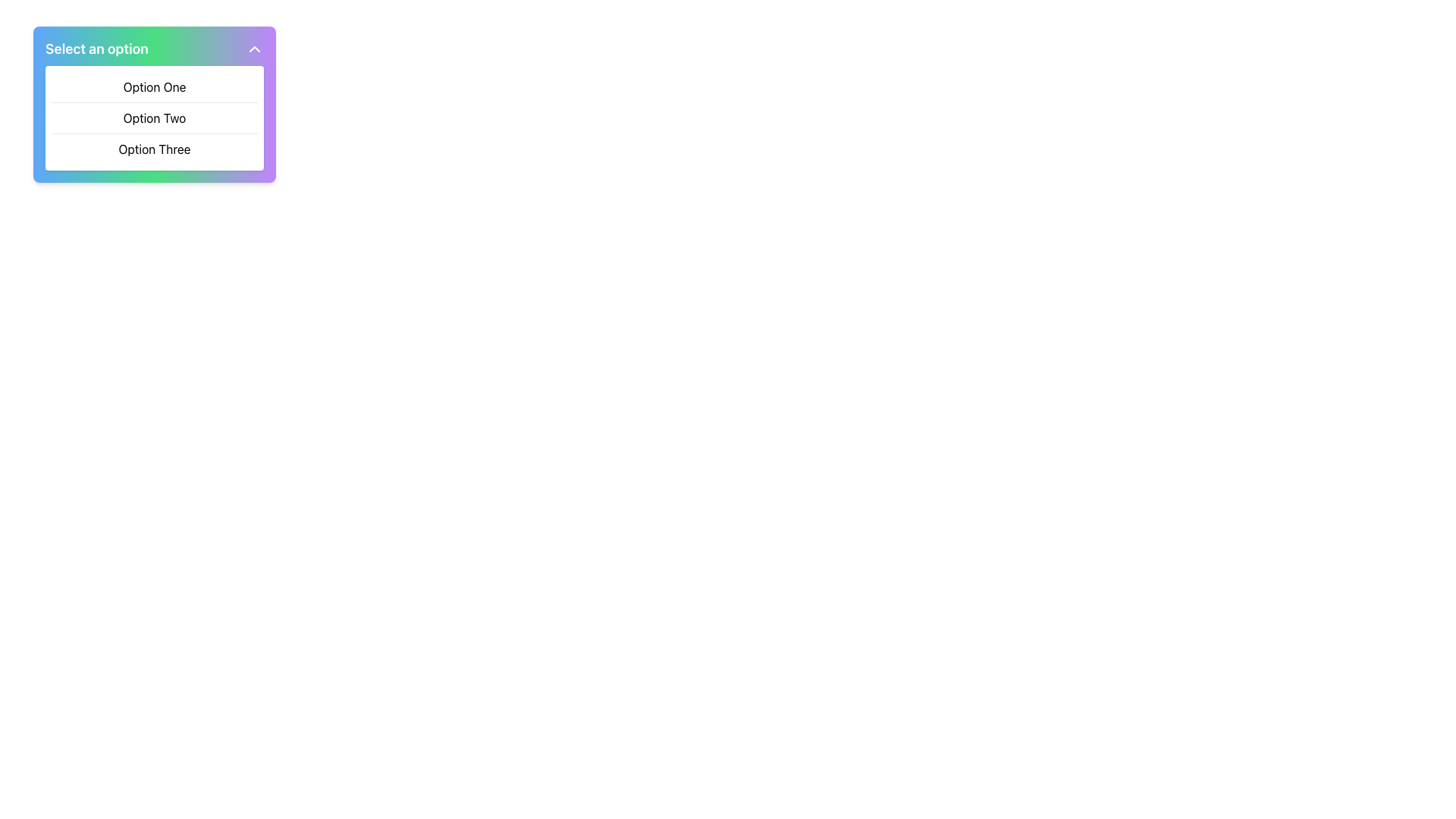 This screenshot has height=819, width=1456. Describe the element at coordinates (154, 104) in the screenshot. I see `the dropdown menu labeled 'Select an option'` at that location.